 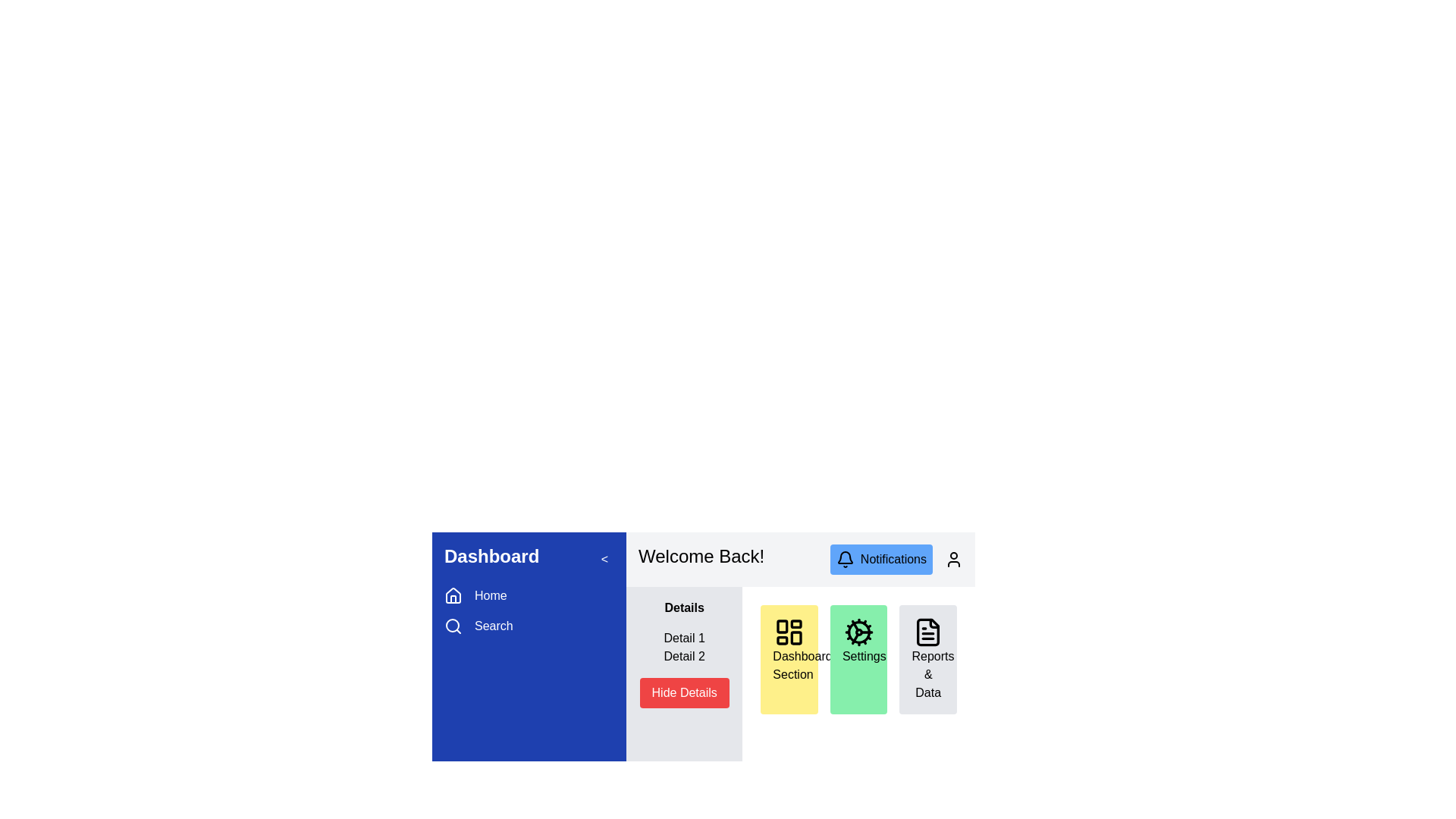 I want to click on the visual card component representing the settings menu, positioned in the middle of a grid between 'Dashboard Section' and 'Reports & Data', so click(x=858, y=659).